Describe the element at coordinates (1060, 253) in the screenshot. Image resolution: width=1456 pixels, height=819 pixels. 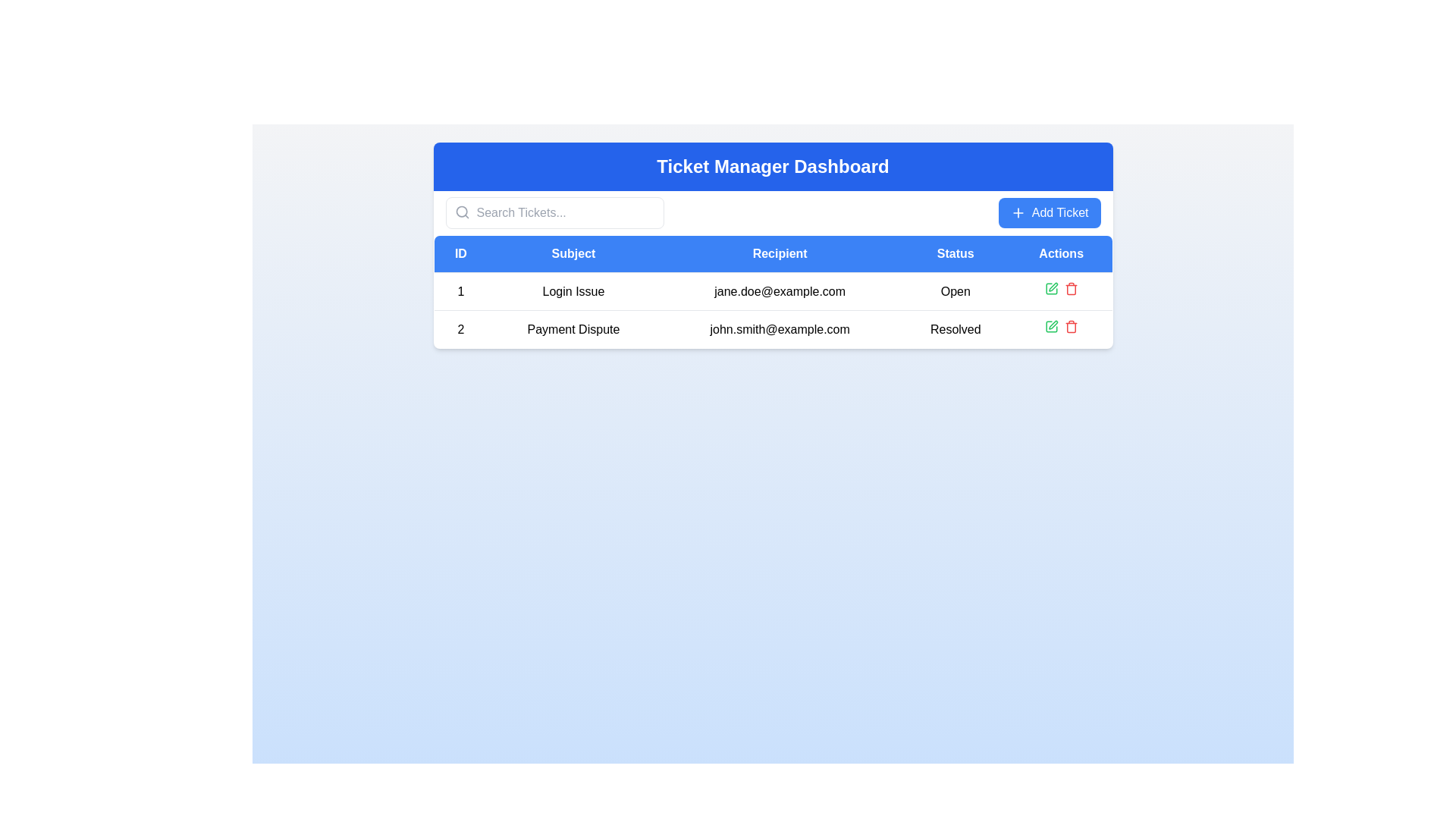
I see `the 'Actions' column header, which is the fifth and last column header of the table, located to the far right adjacent to the 'Status' column` at that location.